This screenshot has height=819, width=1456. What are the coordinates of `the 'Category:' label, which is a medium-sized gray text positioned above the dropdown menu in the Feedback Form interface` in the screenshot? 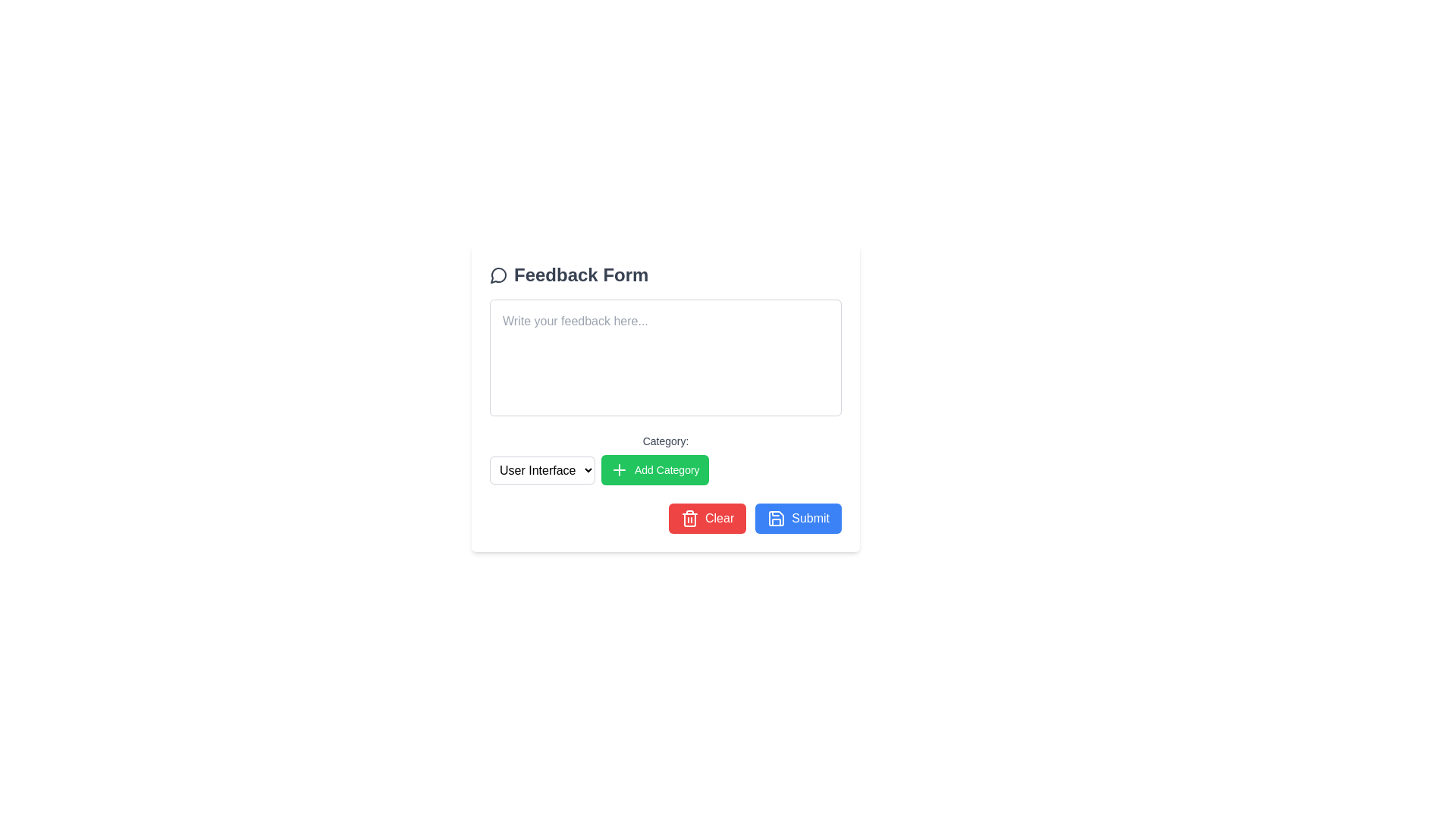 It's located at (666, 441).